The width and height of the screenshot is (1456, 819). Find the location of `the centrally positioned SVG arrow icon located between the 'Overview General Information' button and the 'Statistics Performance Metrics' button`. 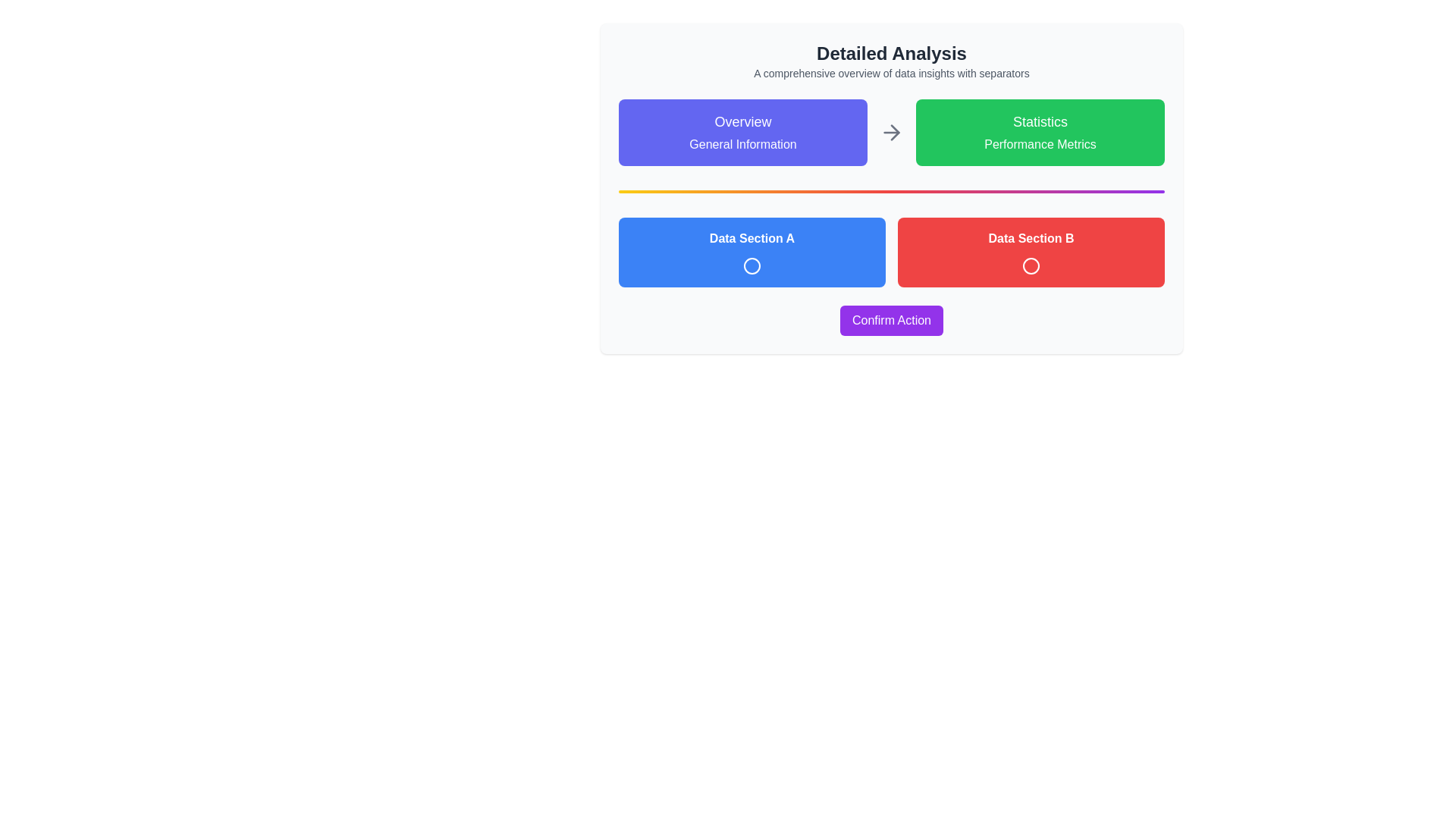

the centrally positioned SVG arrow icon located between the 'Overview General Information' button and the 'Statistics Performance Metrics' button is located at coordinates (892, 131).